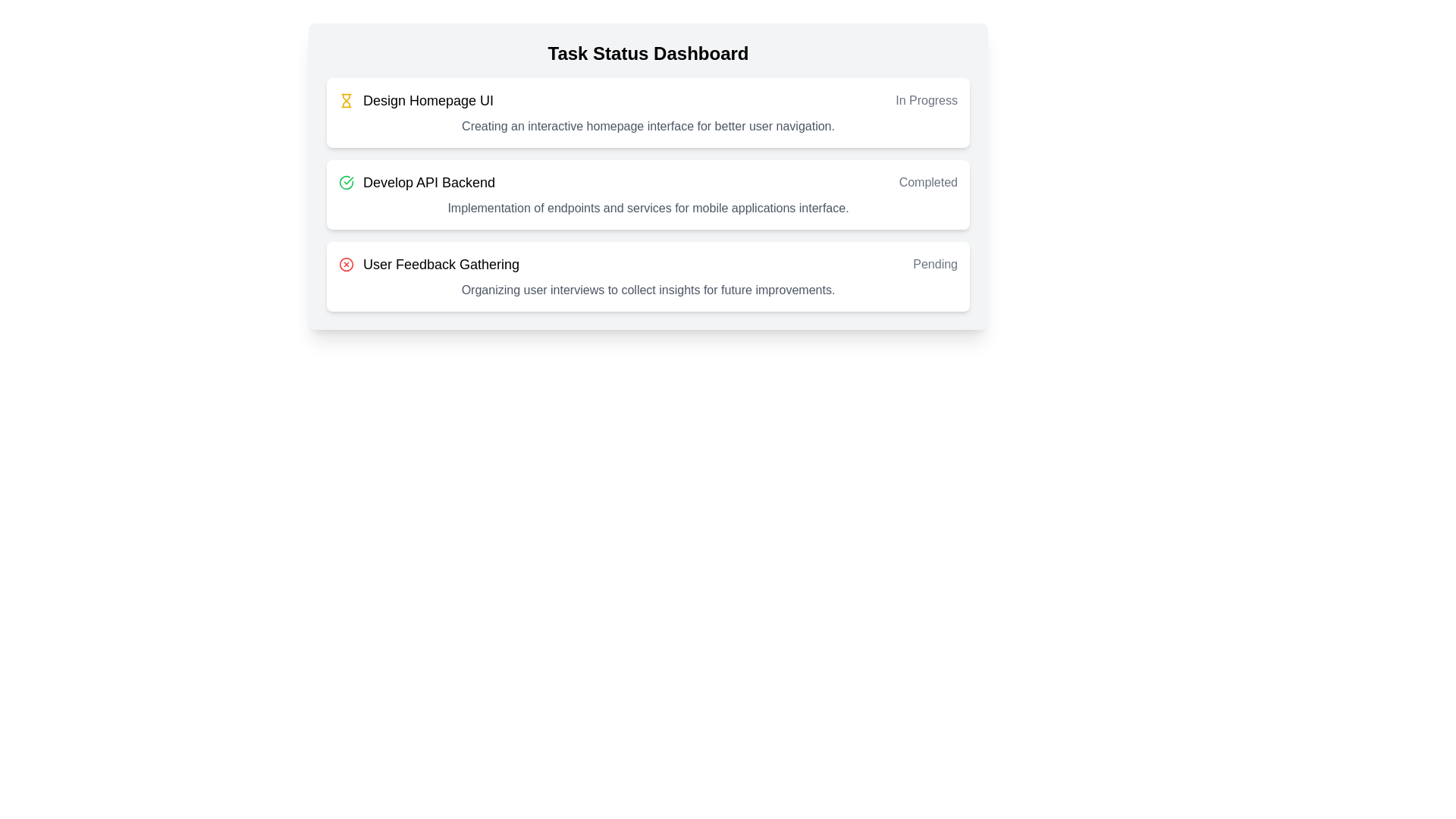  I want to click on the hourglass icon located on the left side of the 'Design Homepage UI' task row, so click(345, 100).